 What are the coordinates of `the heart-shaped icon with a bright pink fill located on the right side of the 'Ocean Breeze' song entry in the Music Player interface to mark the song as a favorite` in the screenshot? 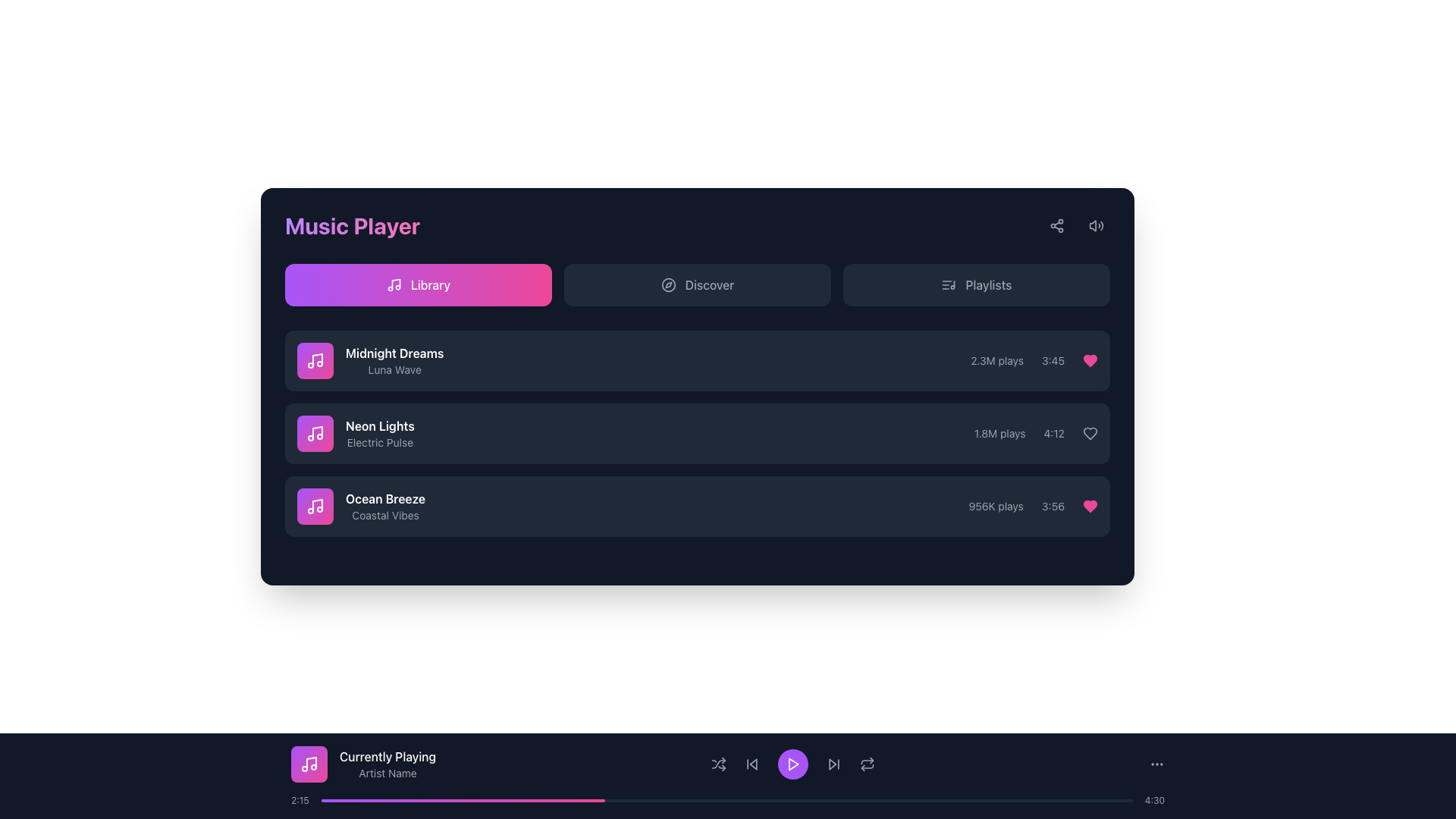 It's located at (1090, 506).